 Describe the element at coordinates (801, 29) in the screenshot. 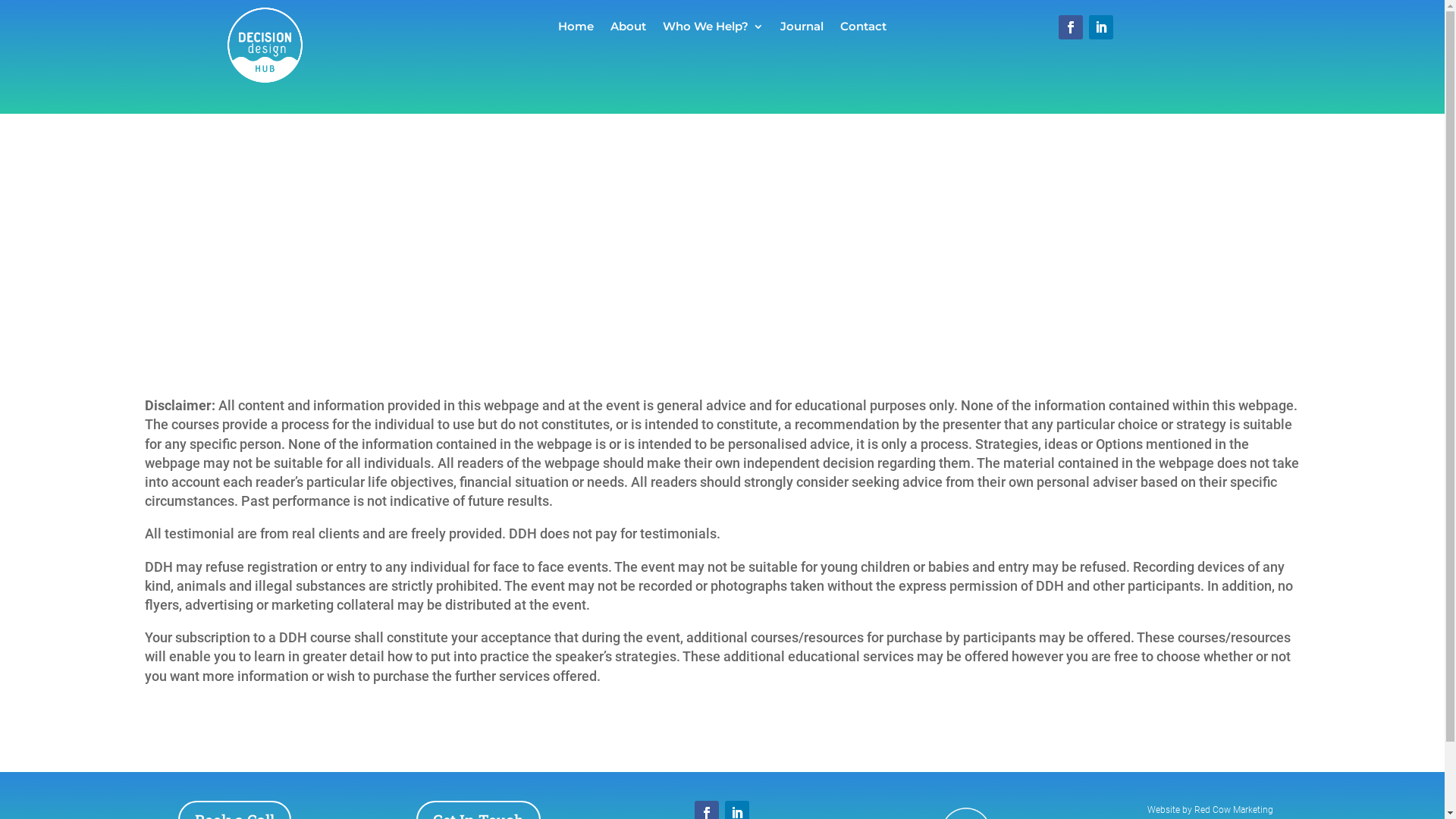

I see `'Journal'` at that location.